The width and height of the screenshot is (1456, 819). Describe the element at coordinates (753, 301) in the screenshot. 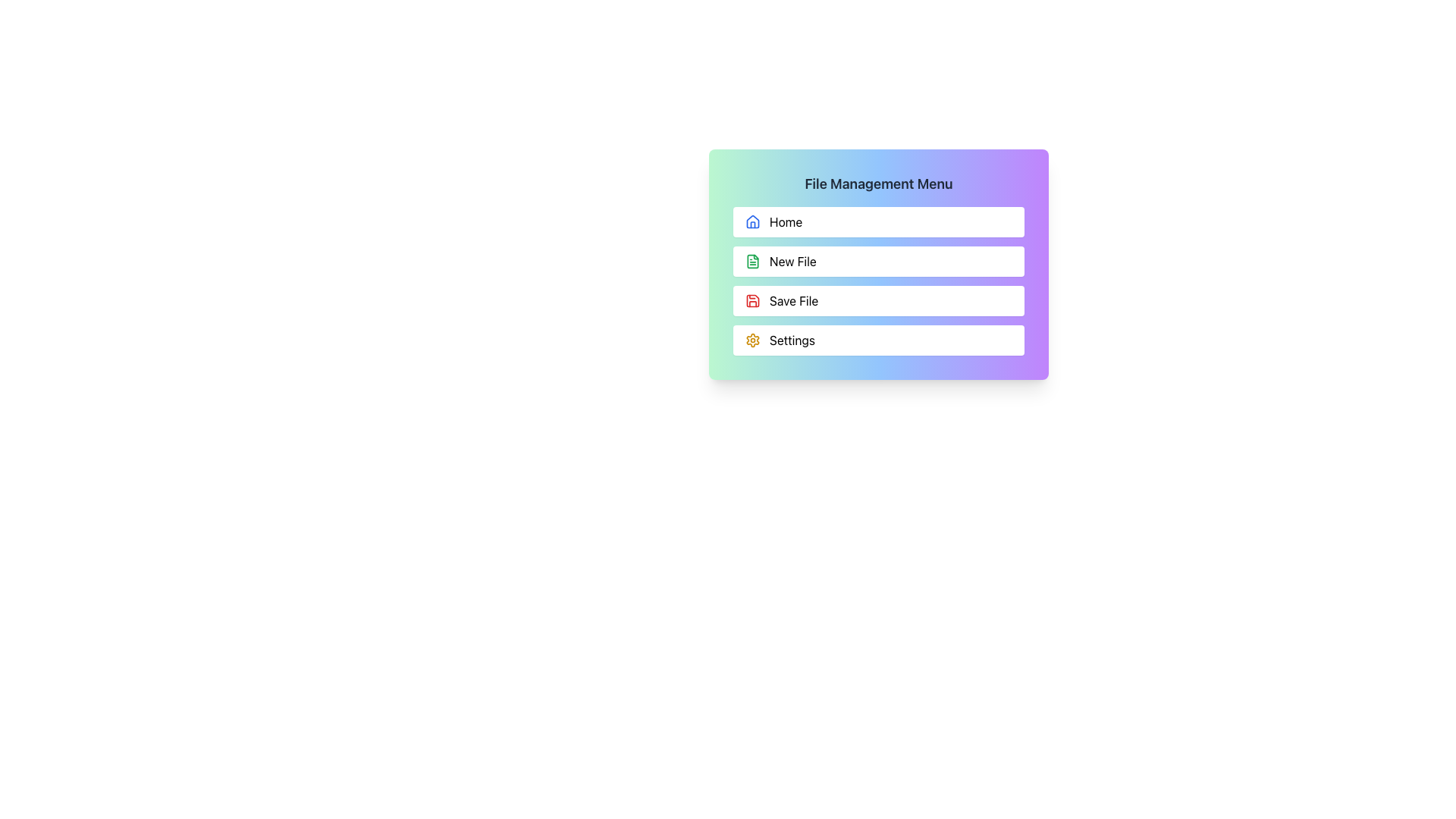

I see `the Save File menu option by clicking on the save icon, which is a red outlined floppy disk graphic located in the third row of the menu` at that location.